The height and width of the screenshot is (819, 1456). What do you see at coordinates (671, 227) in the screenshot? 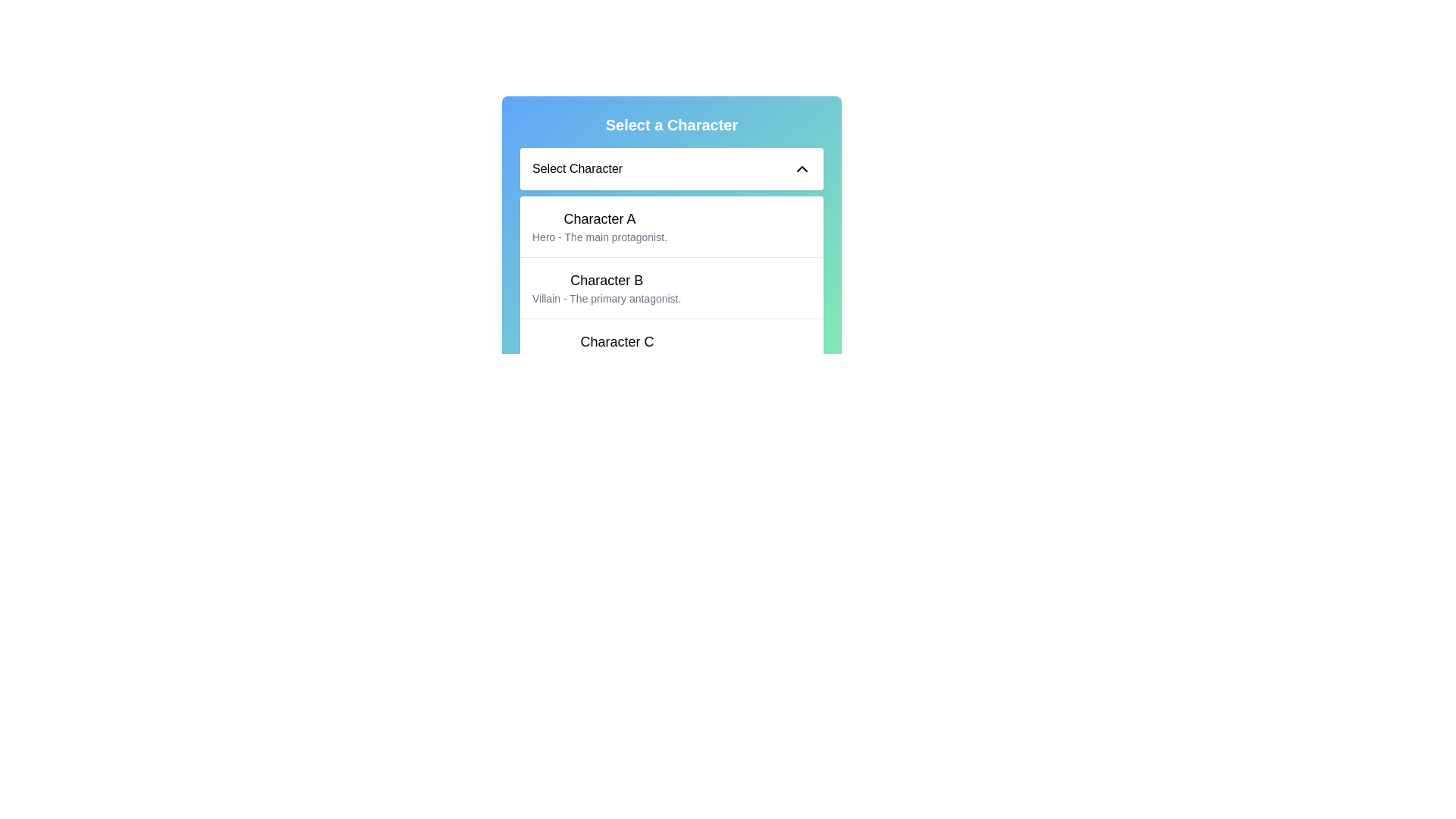
I see `the first selectable option labeled 'Character A' in the dropdown menu` at bounding box center [671, 227].